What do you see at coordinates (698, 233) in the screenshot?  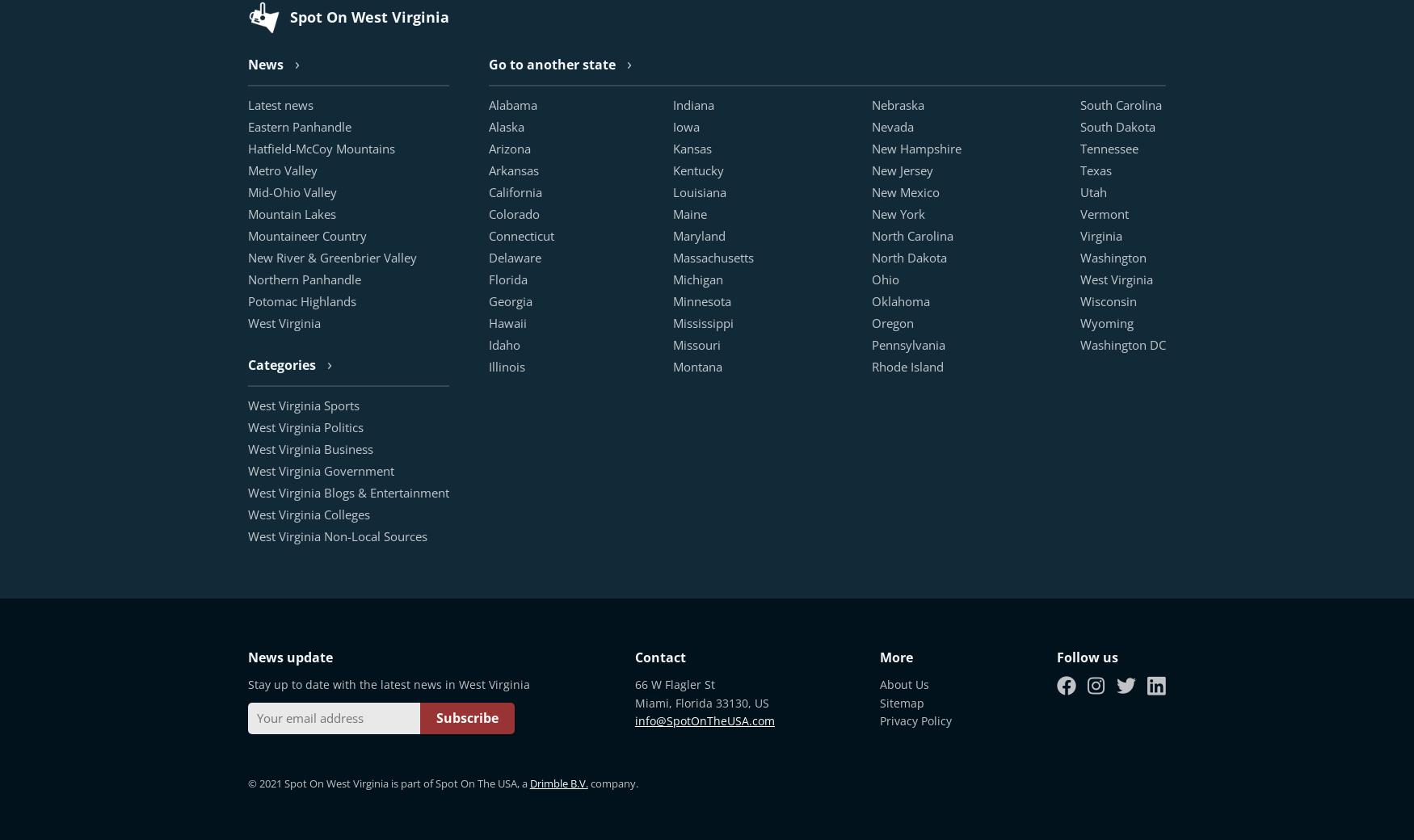 I see `'Maryland'` at bounding box center [698, 233].